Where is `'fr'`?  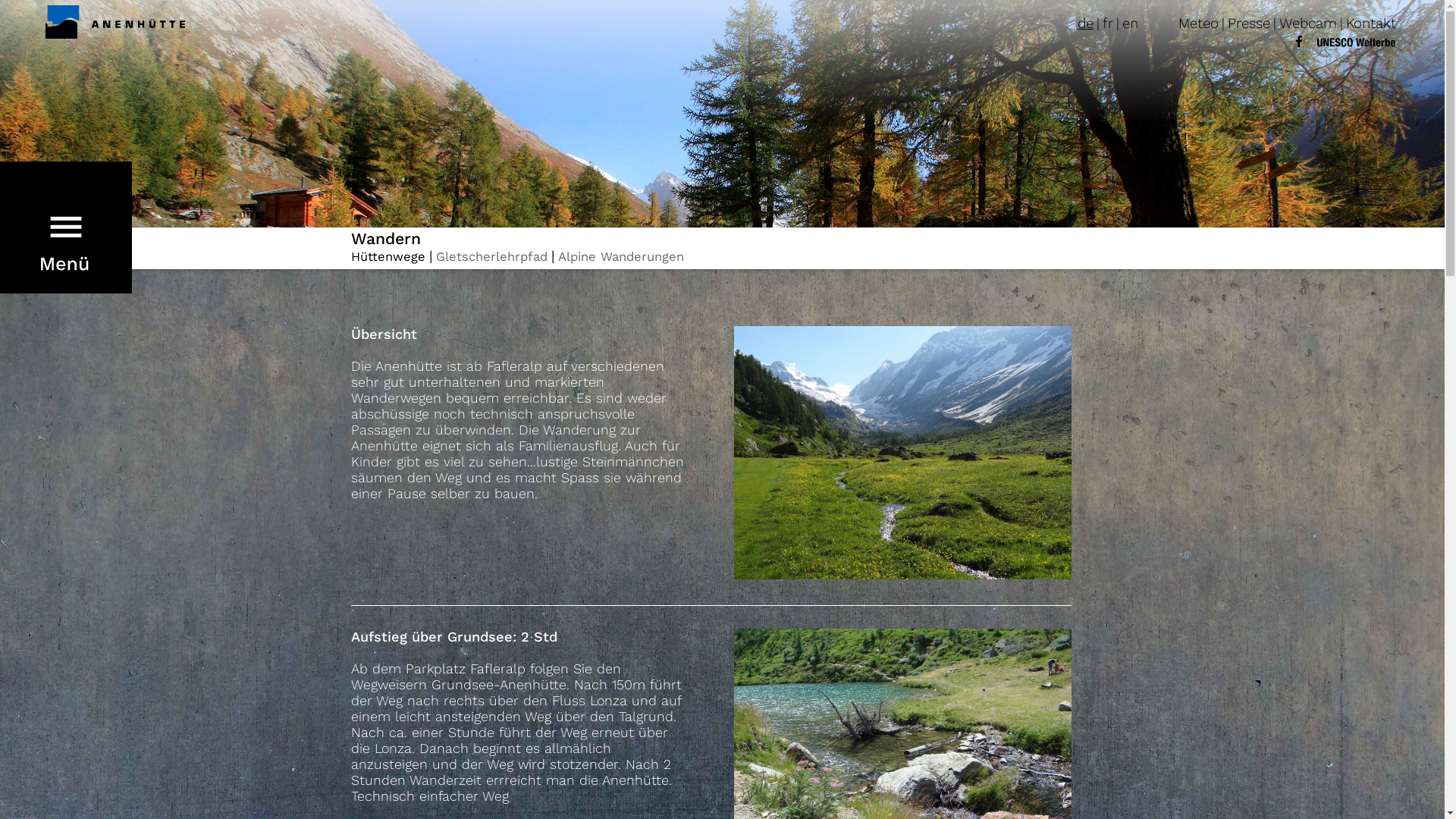
'fr' is located at coordinates (1107, 23).